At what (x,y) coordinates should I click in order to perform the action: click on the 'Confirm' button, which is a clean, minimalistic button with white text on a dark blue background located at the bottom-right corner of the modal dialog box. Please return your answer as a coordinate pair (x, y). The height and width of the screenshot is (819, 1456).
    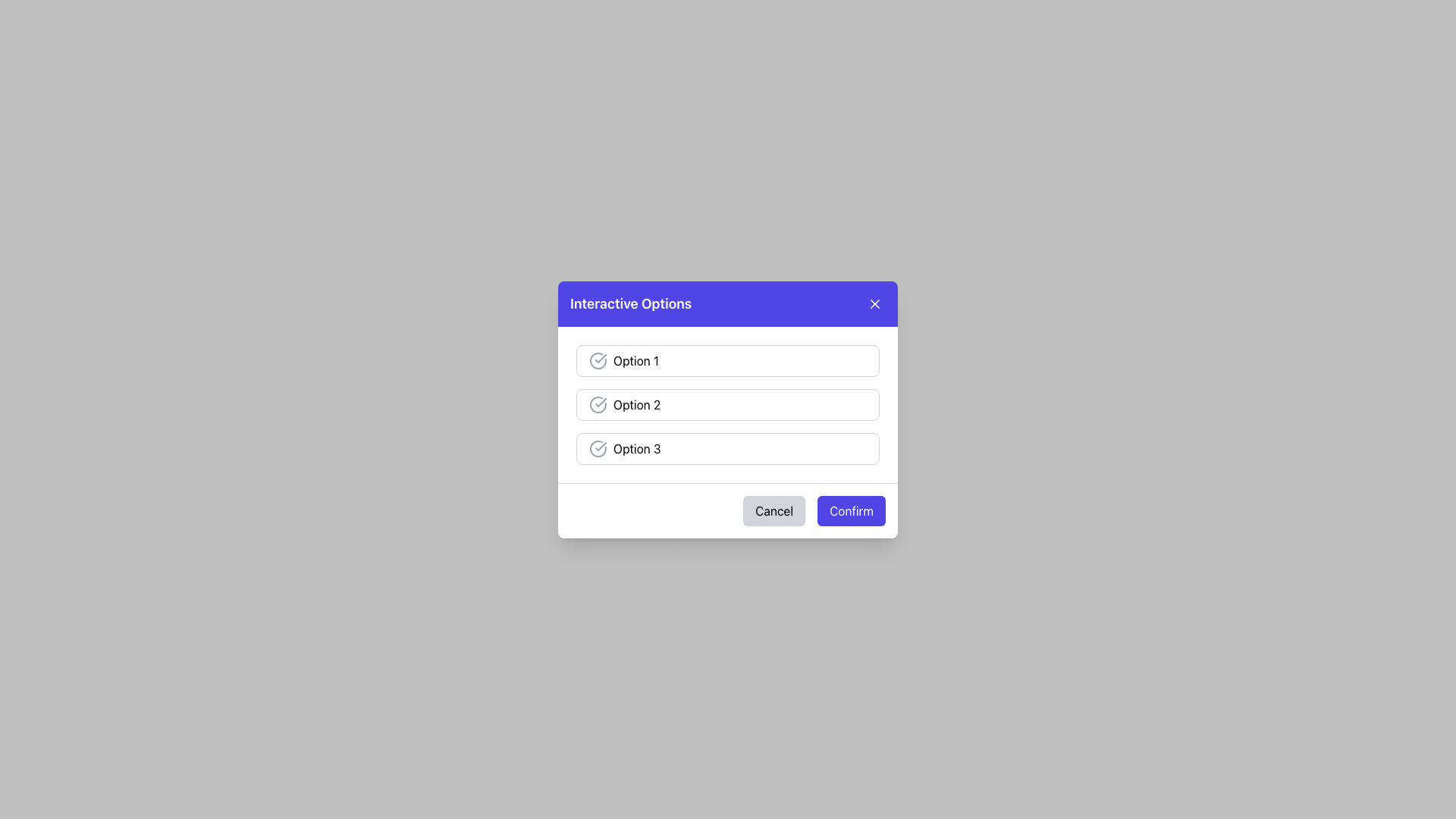
    Looking at the image, I should click on (852, 510).